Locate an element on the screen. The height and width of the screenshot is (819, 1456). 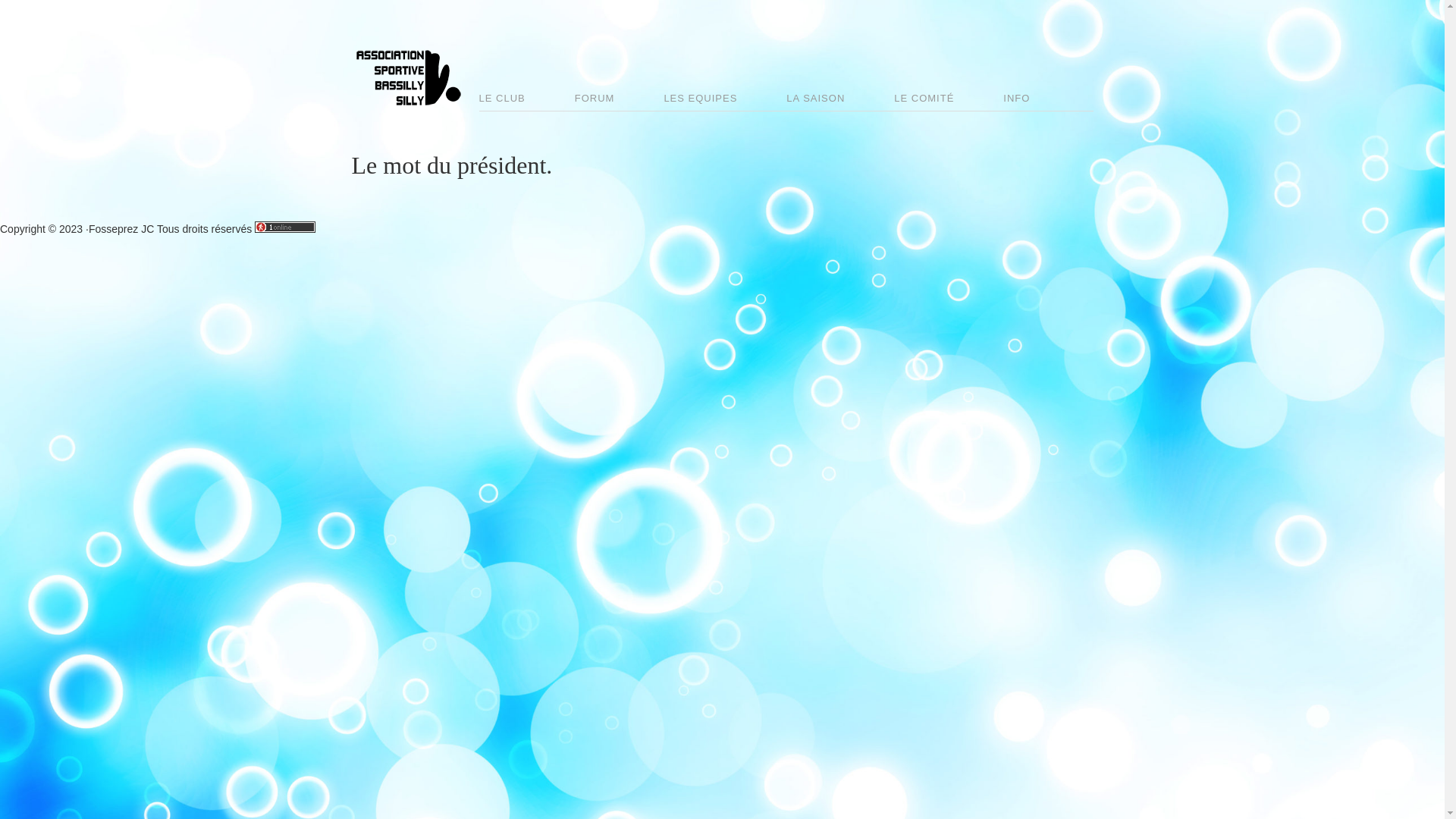
'LE CLUB' is located at coordinates (479, 99).